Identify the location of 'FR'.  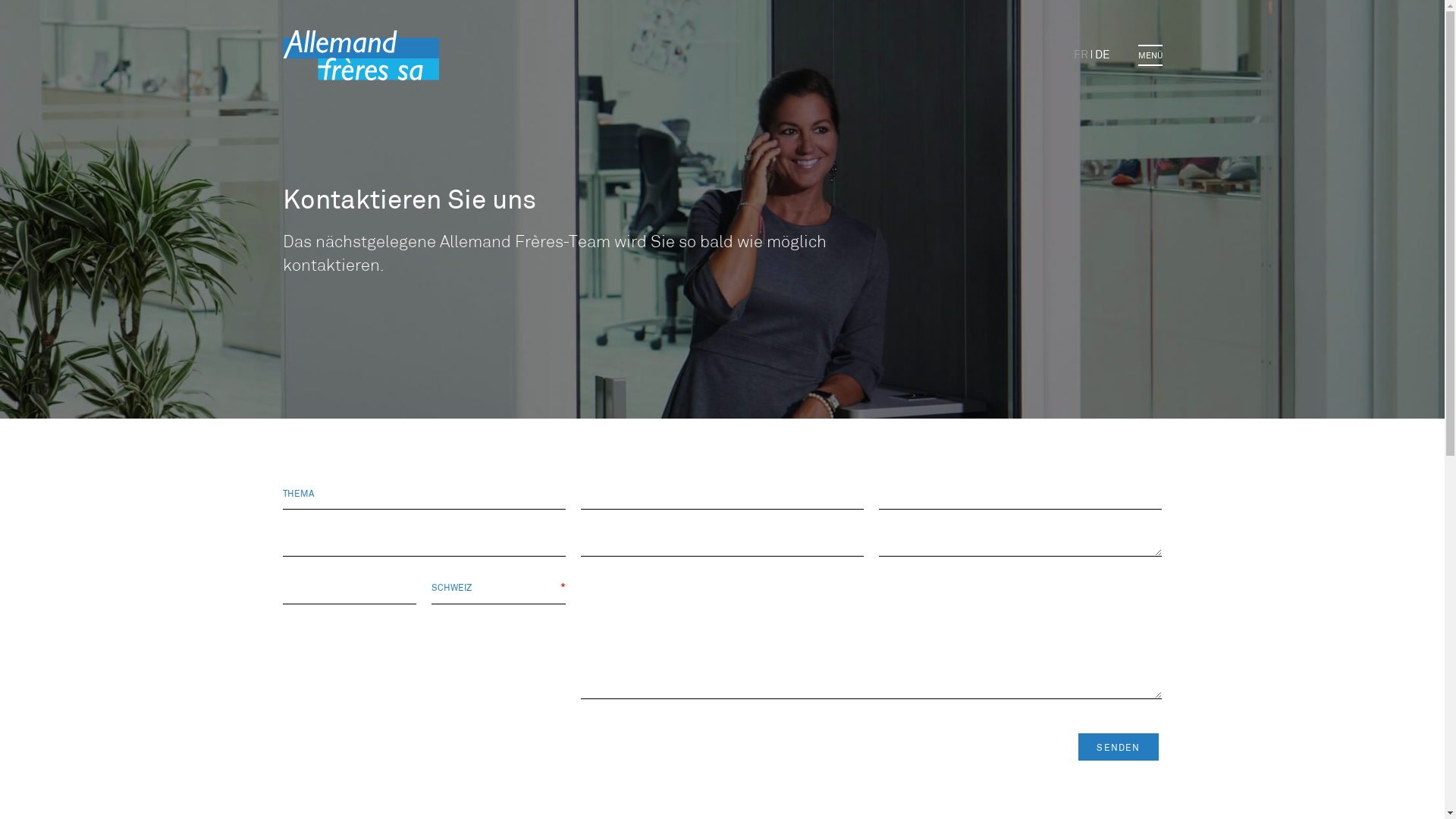
(1080, 55).